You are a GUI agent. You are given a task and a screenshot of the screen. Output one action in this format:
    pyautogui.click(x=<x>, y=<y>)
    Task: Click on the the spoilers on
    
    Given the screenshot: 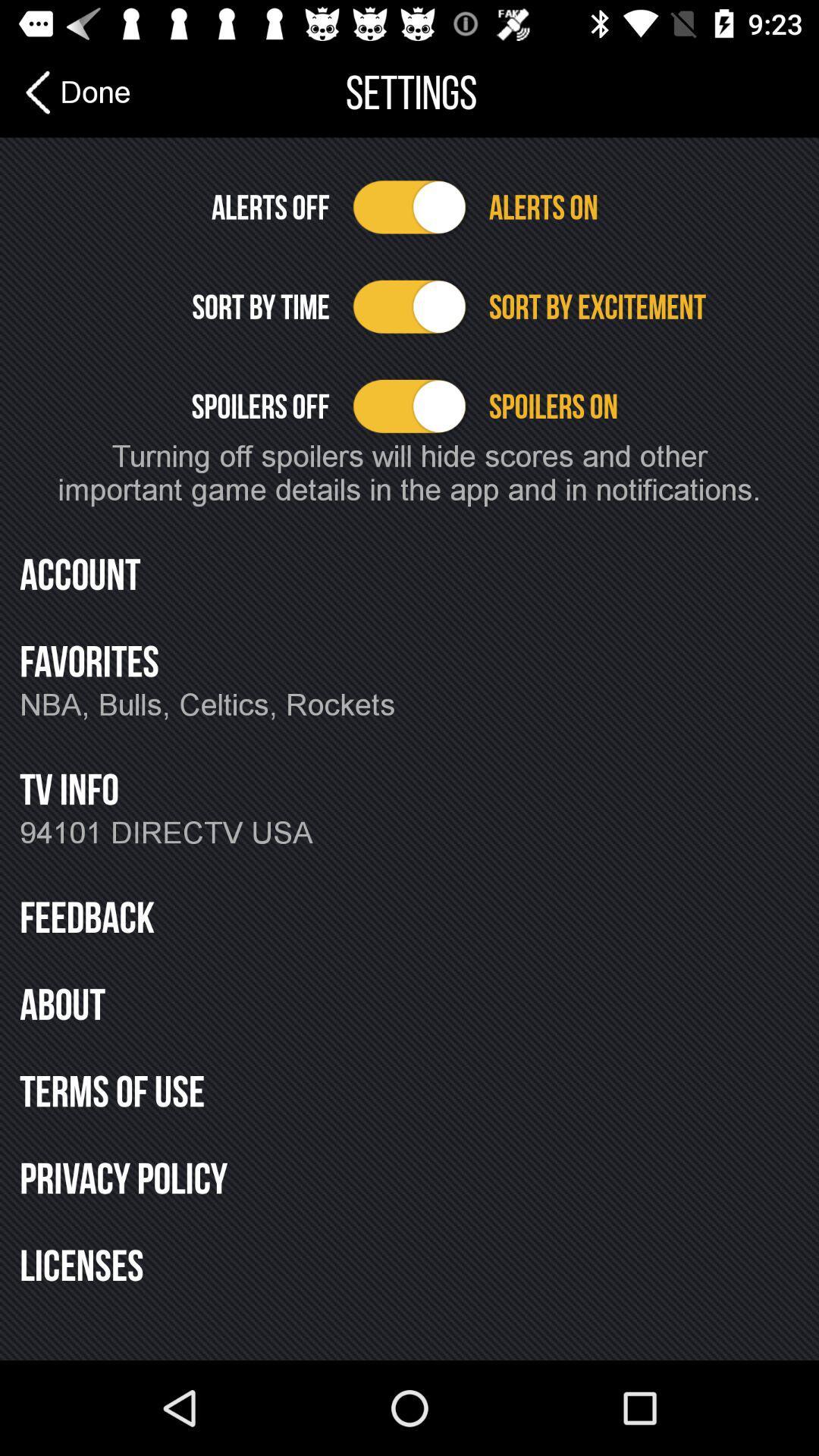 What is the action you would take?
    pyautogui.click(x=644, y=406)
    